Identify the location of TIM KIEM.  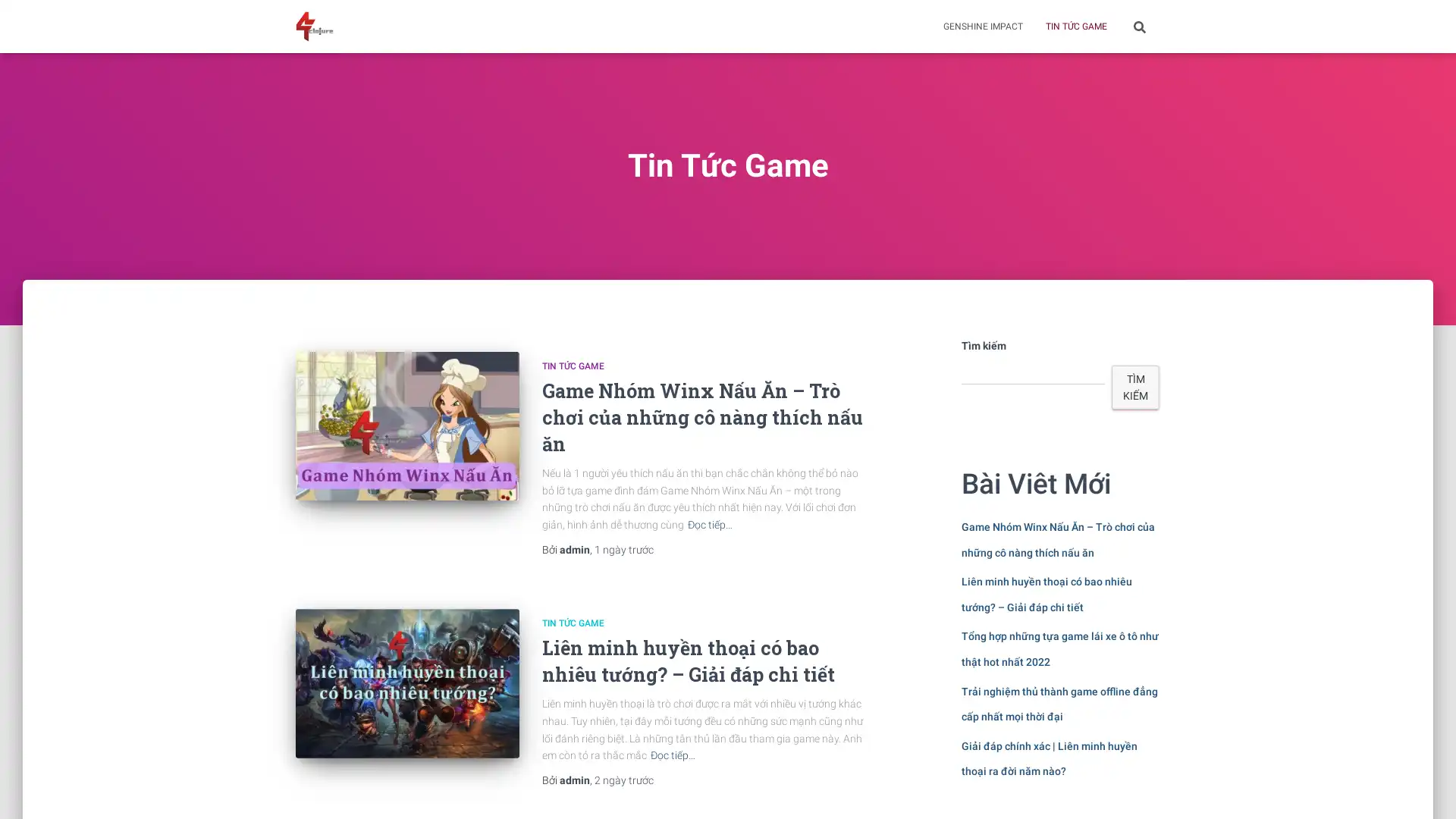
(1135, 386).